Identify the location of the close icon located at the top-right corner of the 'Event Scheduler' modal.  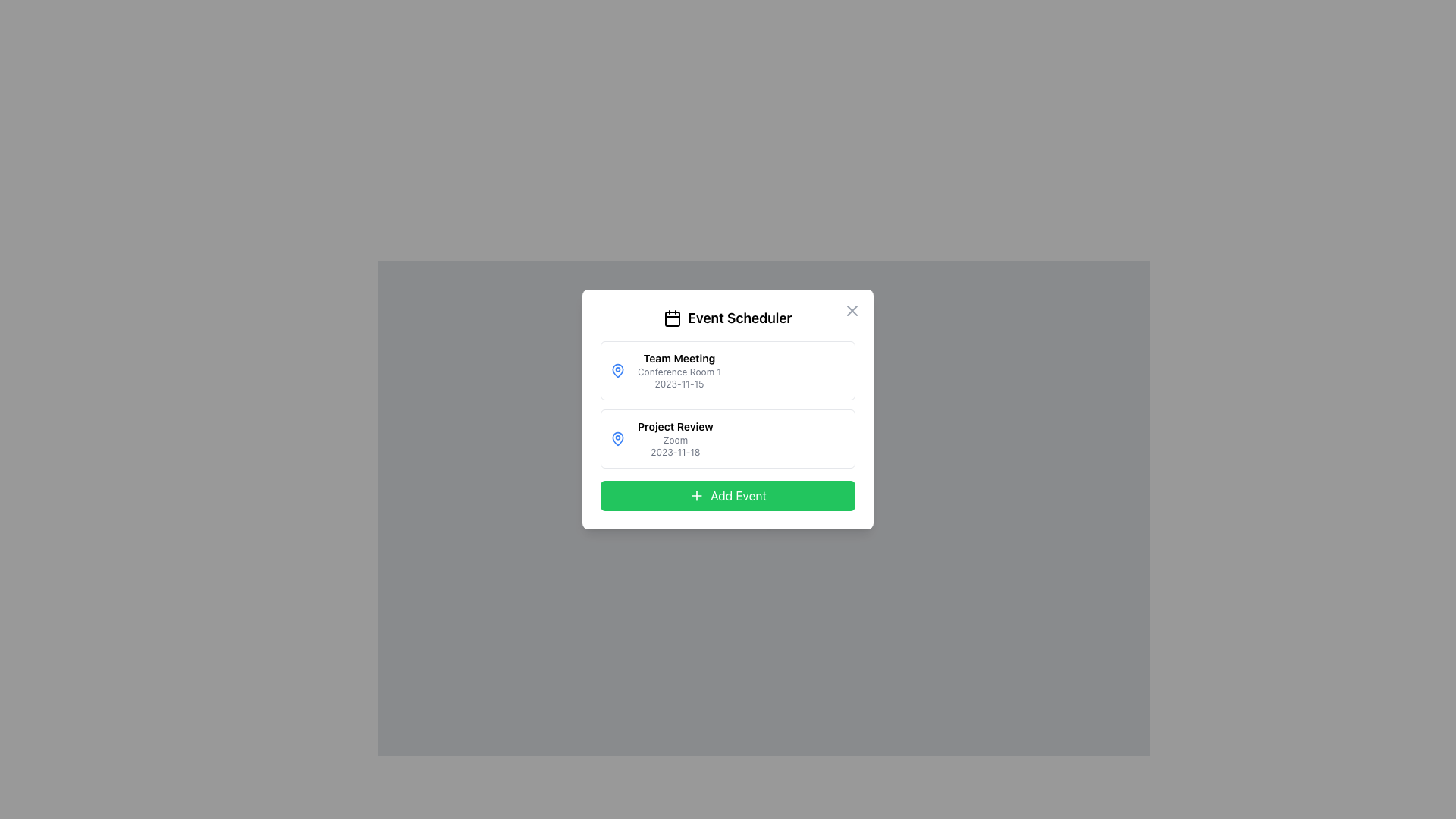
(852, 309).